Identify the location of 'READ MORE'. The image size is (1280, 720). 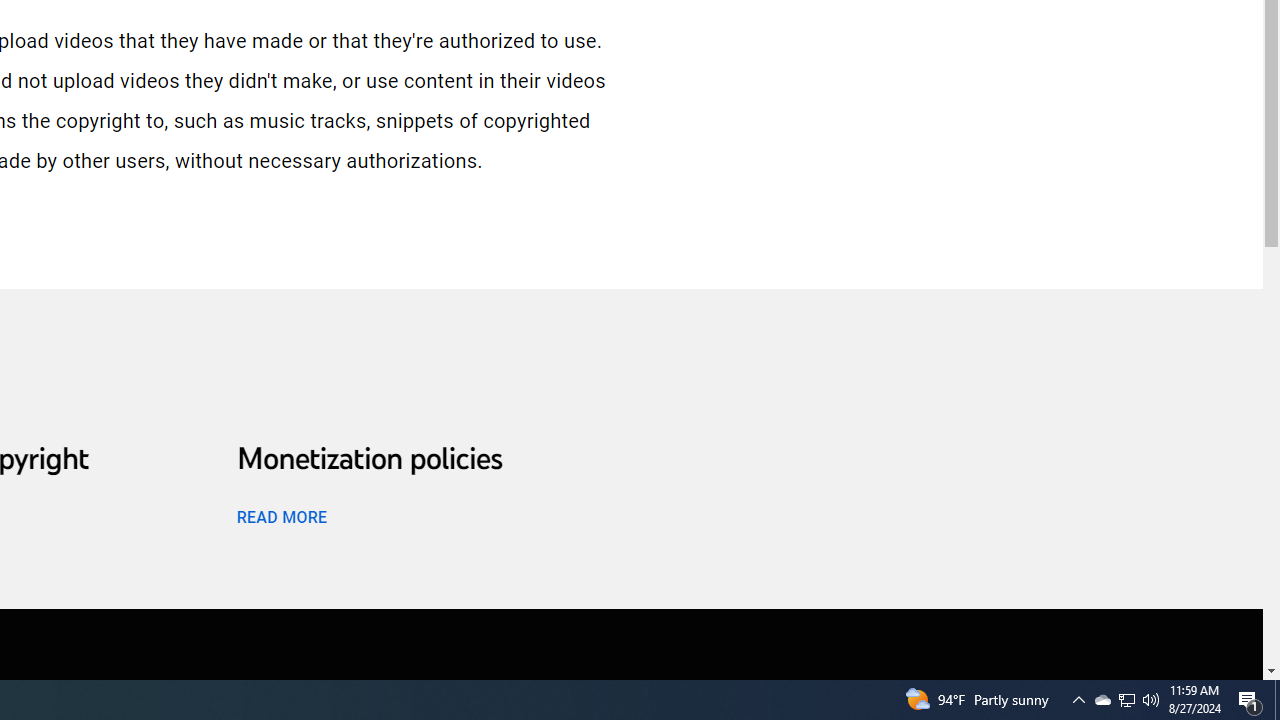
(280, 515).